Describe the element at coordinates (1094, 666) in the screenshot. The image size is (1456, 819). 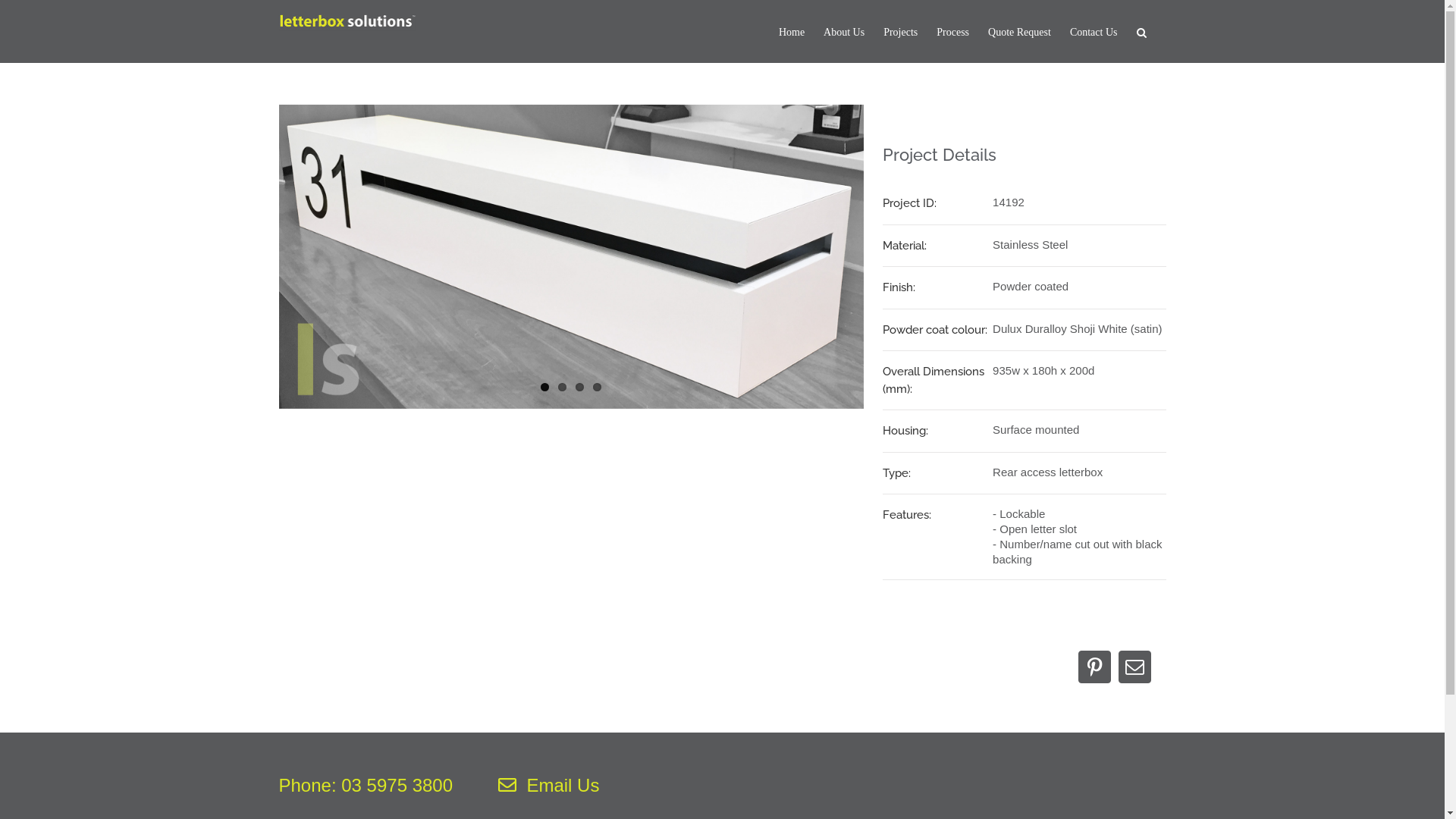
I see `'Pinterest'` at that location.